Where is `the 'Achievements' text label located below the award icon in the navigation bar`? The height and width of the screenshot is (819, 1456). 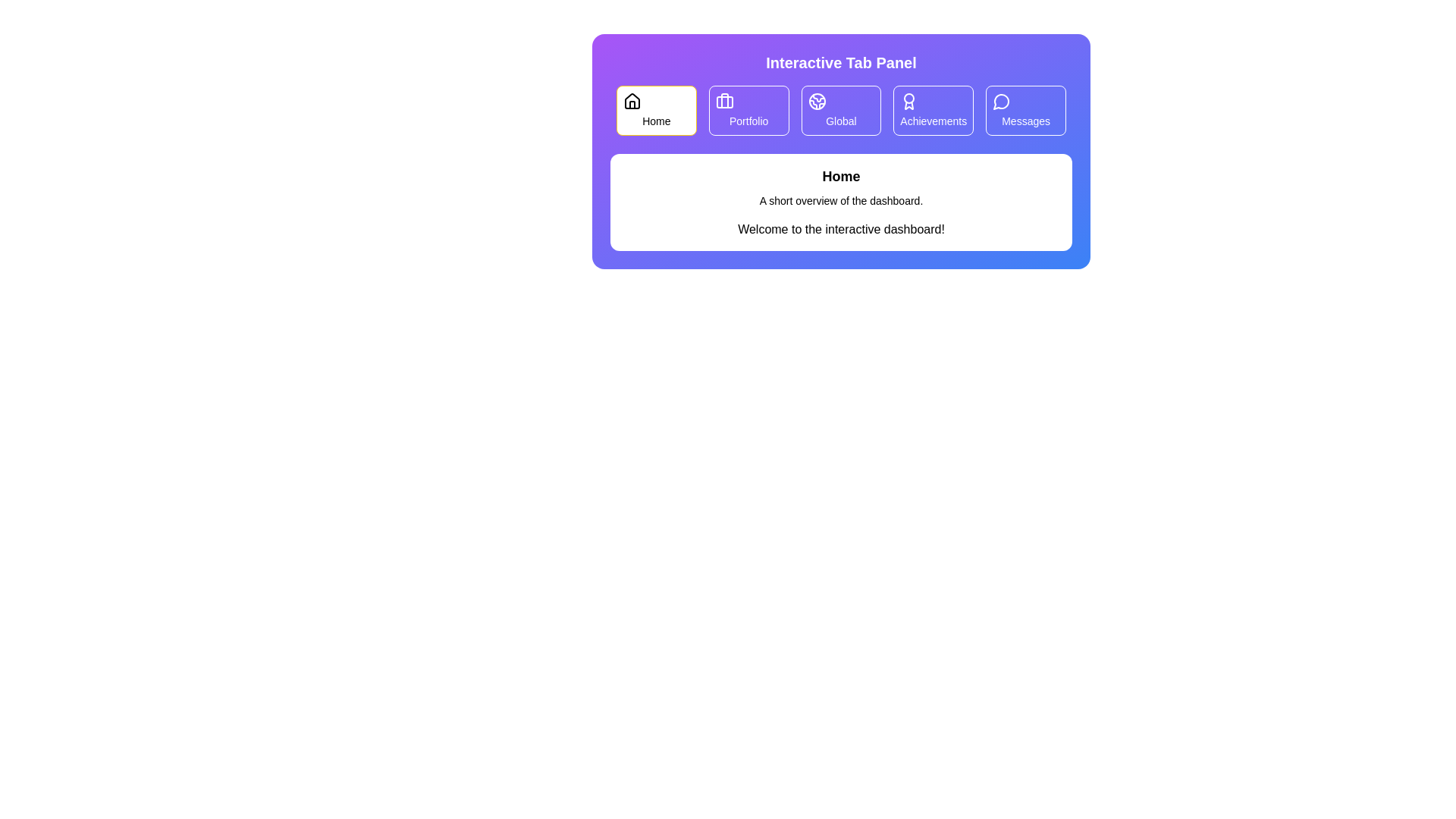
the 'Achievements' text label located below the award icon in the navigation bar is located at coordinates (933, 120).